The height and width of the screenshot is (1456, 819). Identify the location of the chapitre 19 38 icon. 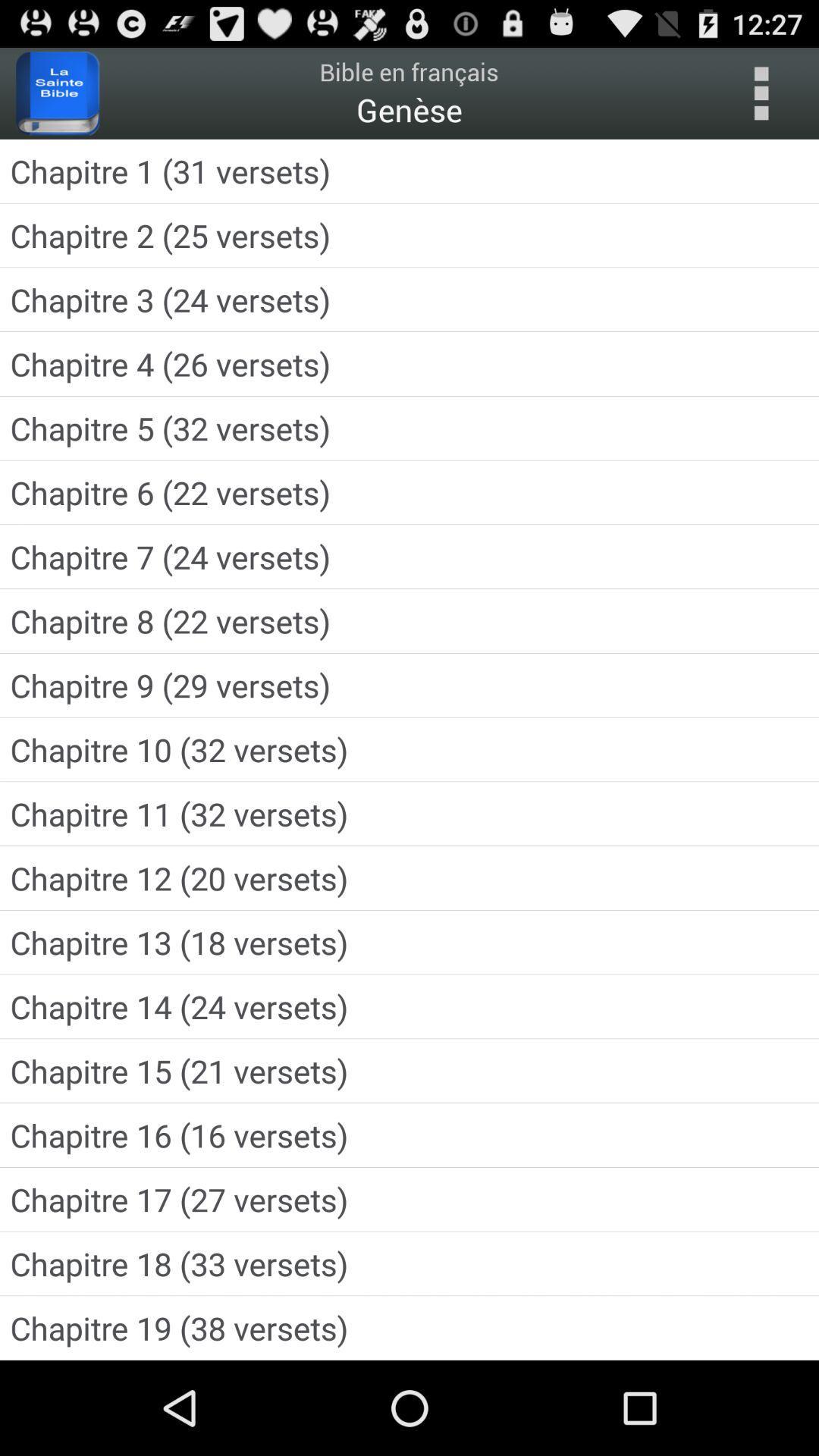
(409, 1327).